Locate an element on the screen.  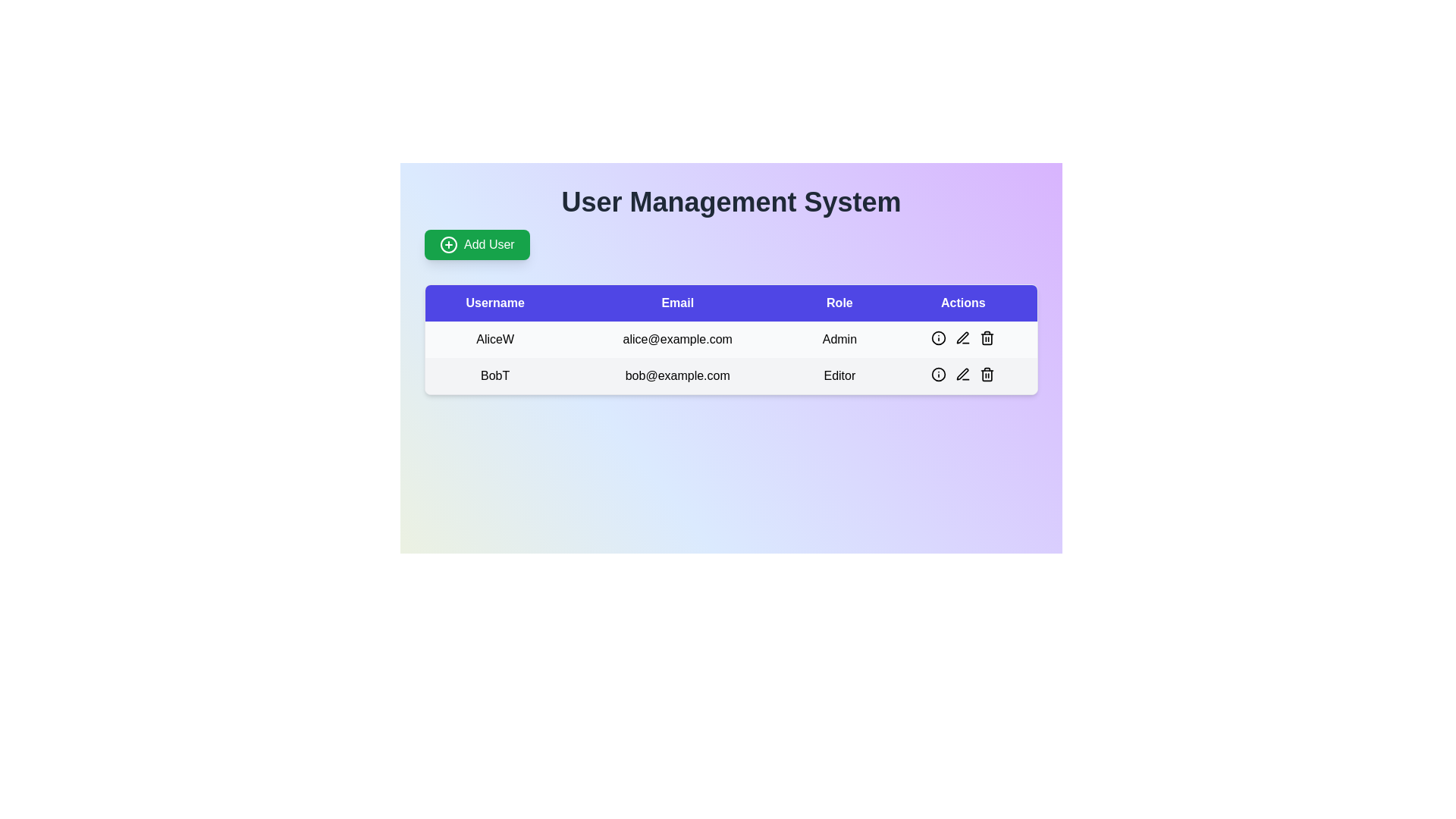
the circular outline inside the 'Add User' button, which has a green background and a white stroke, located to the left of the label is located at coordinates (447, 244).